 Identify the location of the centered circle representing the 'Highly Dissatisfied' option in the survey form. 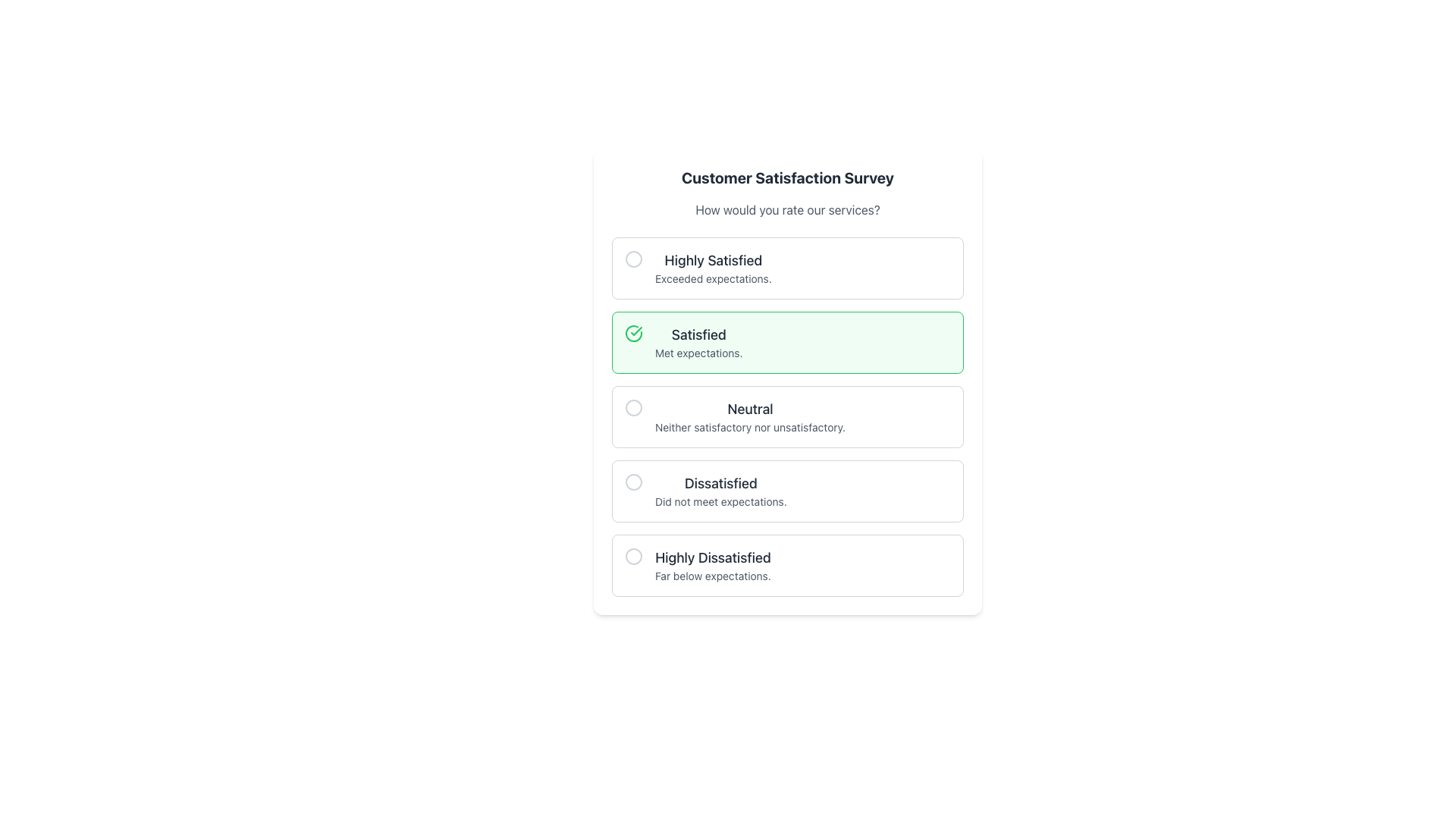
(633, 556).